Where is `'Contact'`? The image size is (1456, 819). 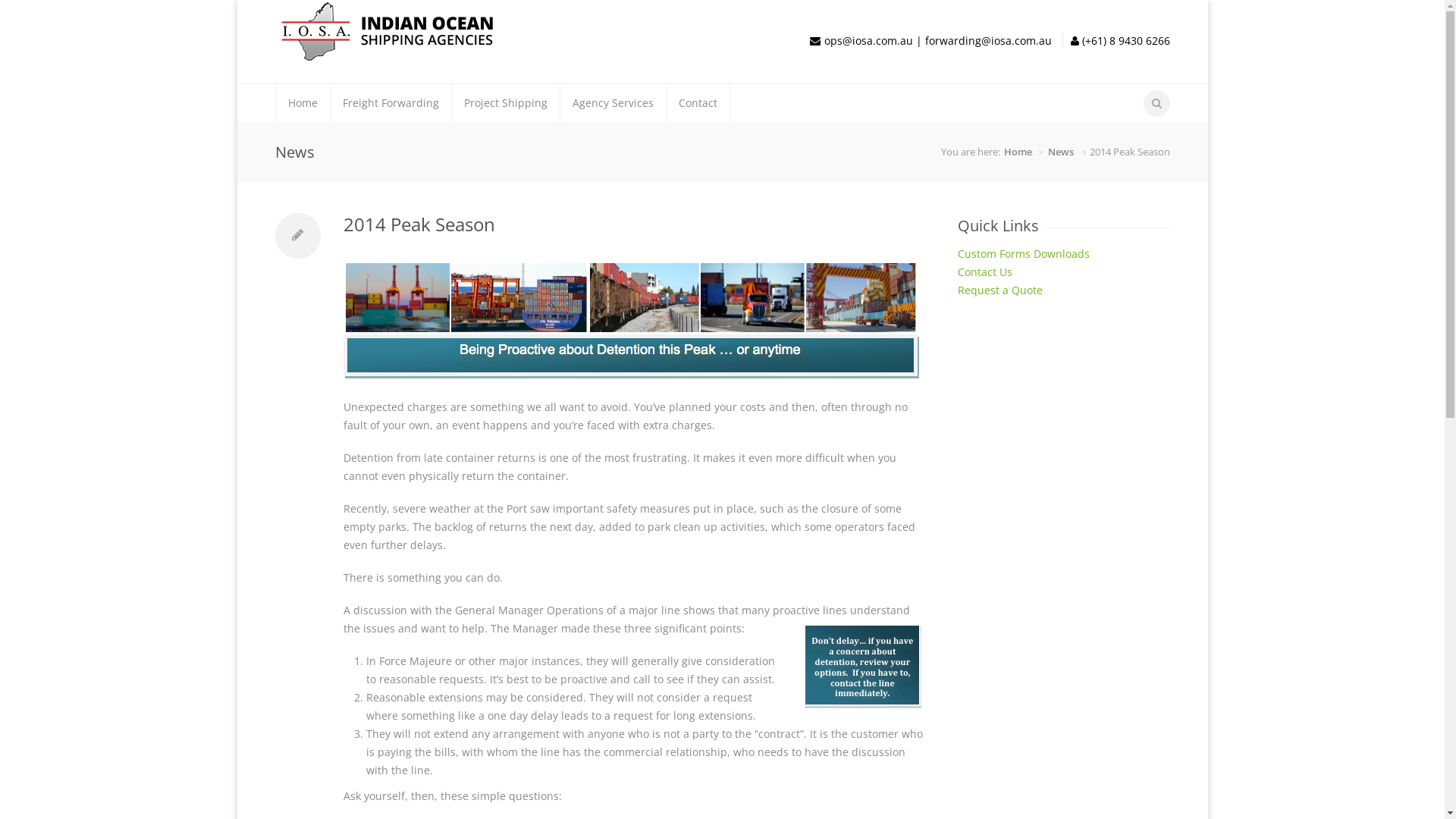 'Contact' is located at coordinates (696, 102).